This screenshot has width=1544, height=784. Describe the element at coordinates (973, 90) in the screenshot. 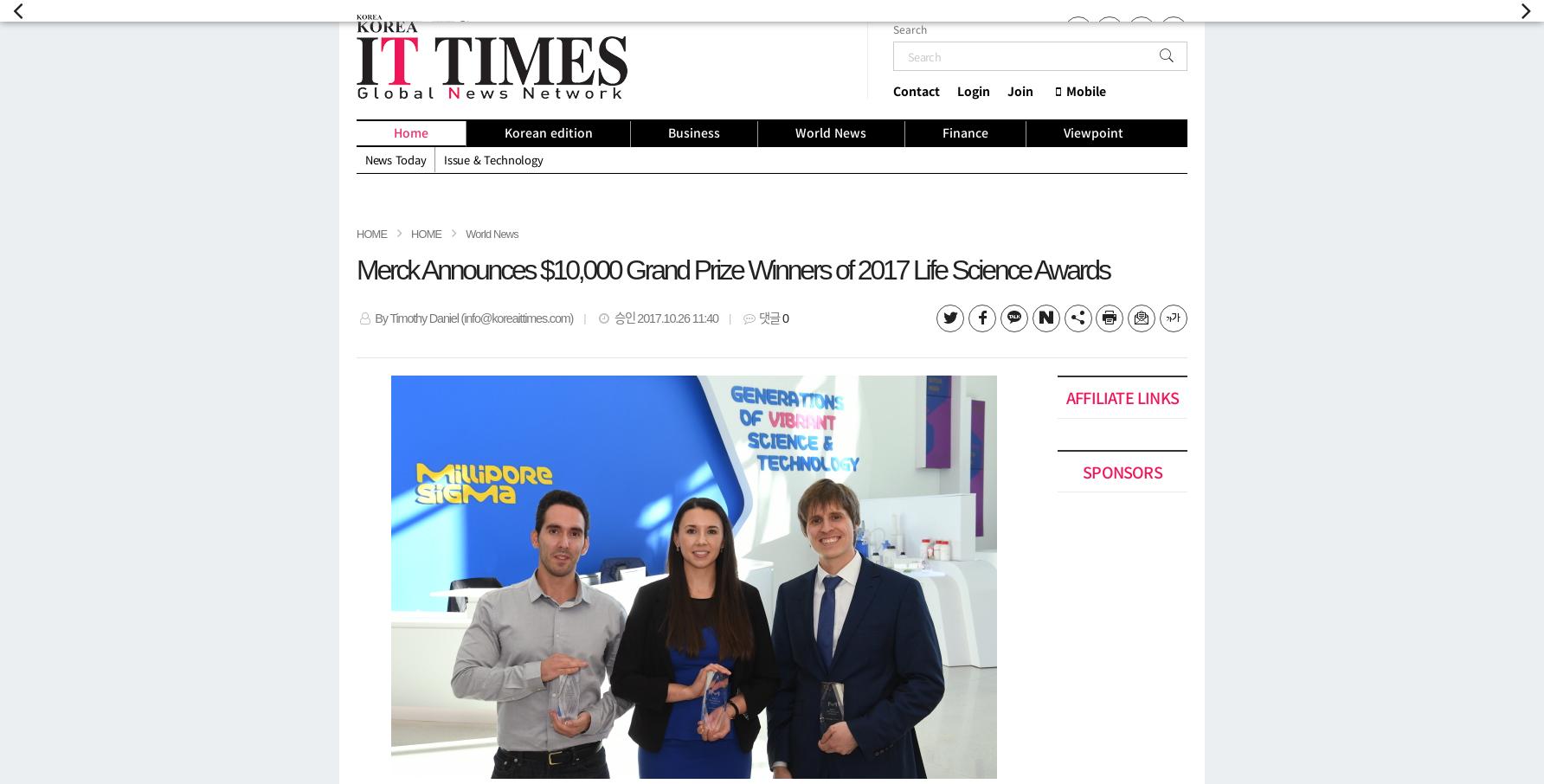

I see `'Login'` at that location.